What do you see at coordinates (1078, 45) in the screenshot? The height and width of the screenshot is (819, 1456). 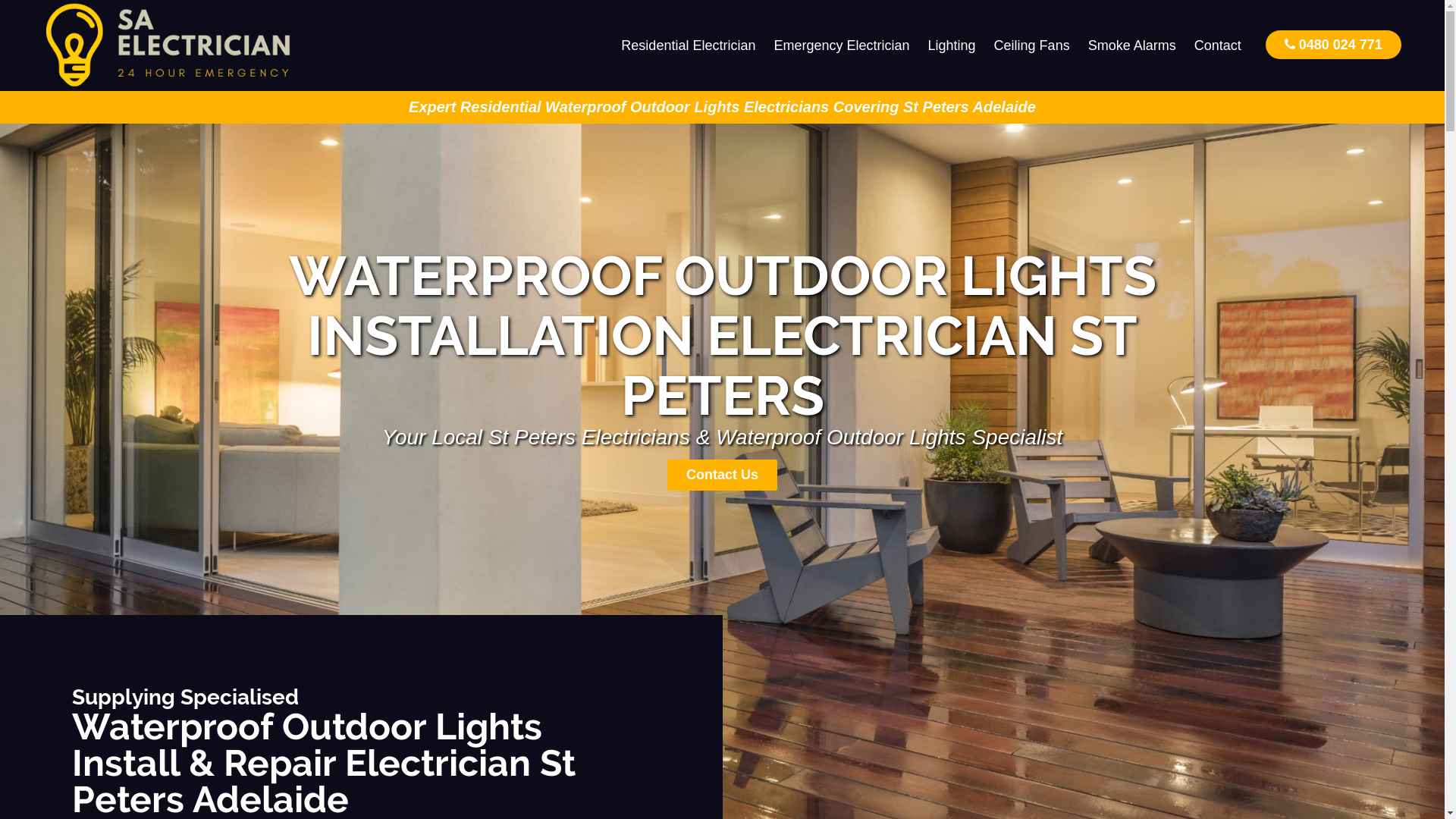 I see `'Smoke Alarms'` at bounding box center [1078, 45].